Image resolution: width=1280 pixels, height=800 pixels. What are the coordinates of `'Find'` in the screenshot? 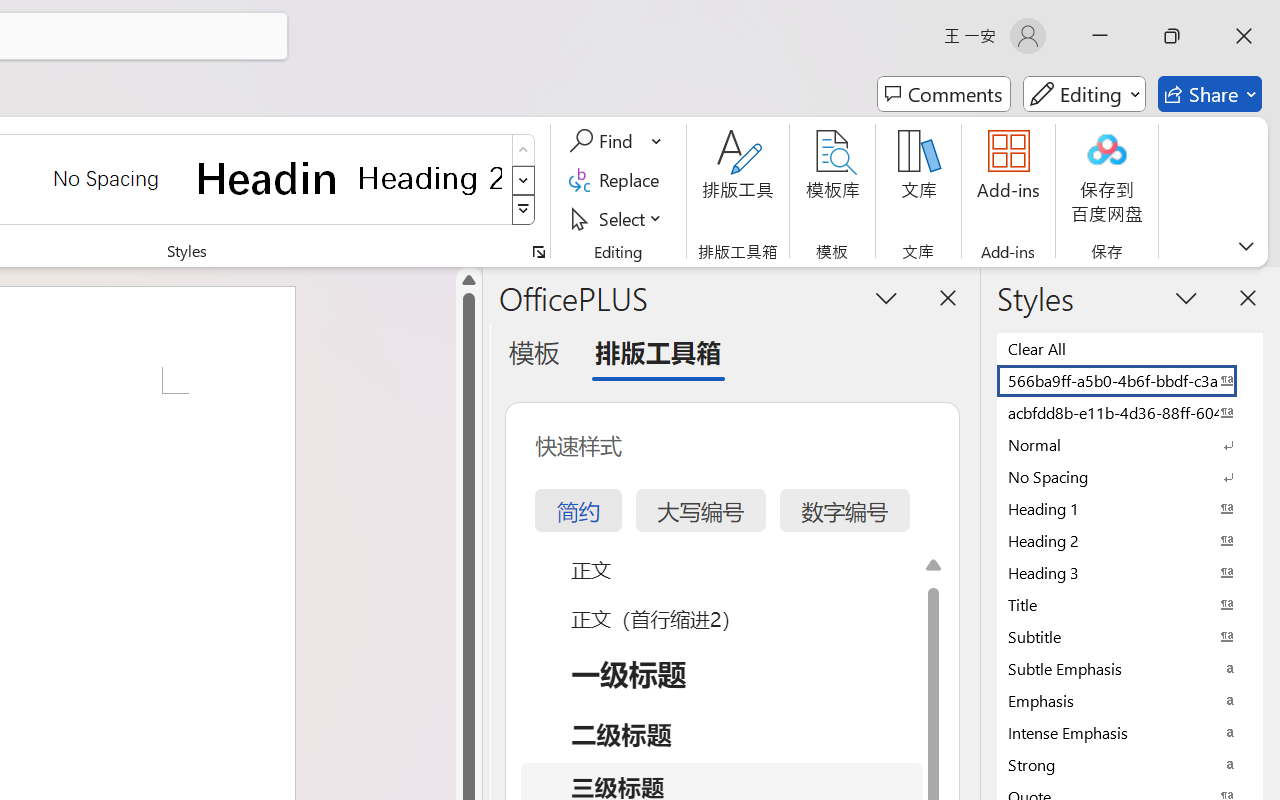 It's located at (615, 141).